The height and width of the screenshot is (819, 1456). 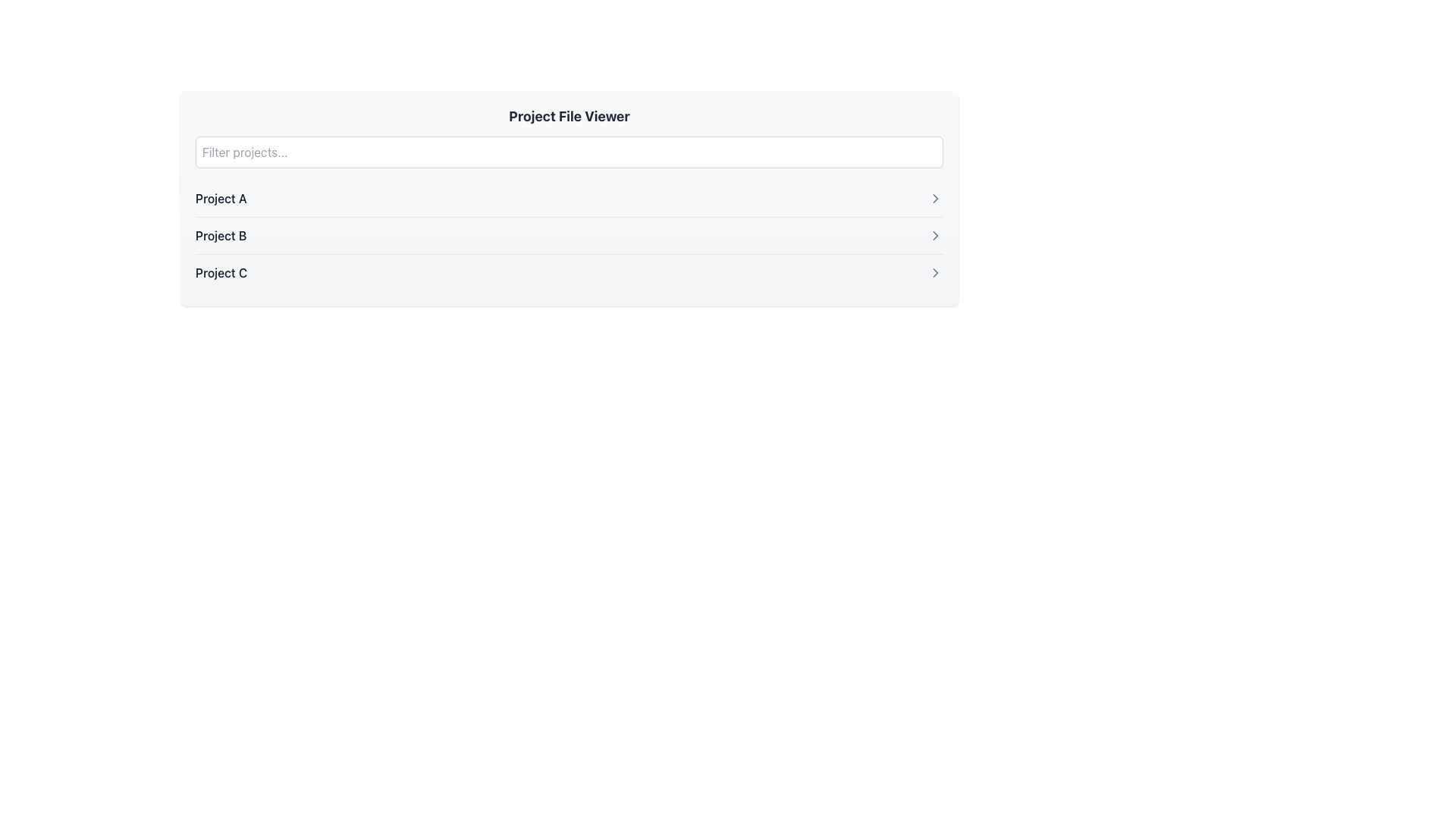 What do you see at coordinates (568, 271) in the screenshot?
I see `the third item in the list related to 'Project C'` at bounding box center [568, 271].